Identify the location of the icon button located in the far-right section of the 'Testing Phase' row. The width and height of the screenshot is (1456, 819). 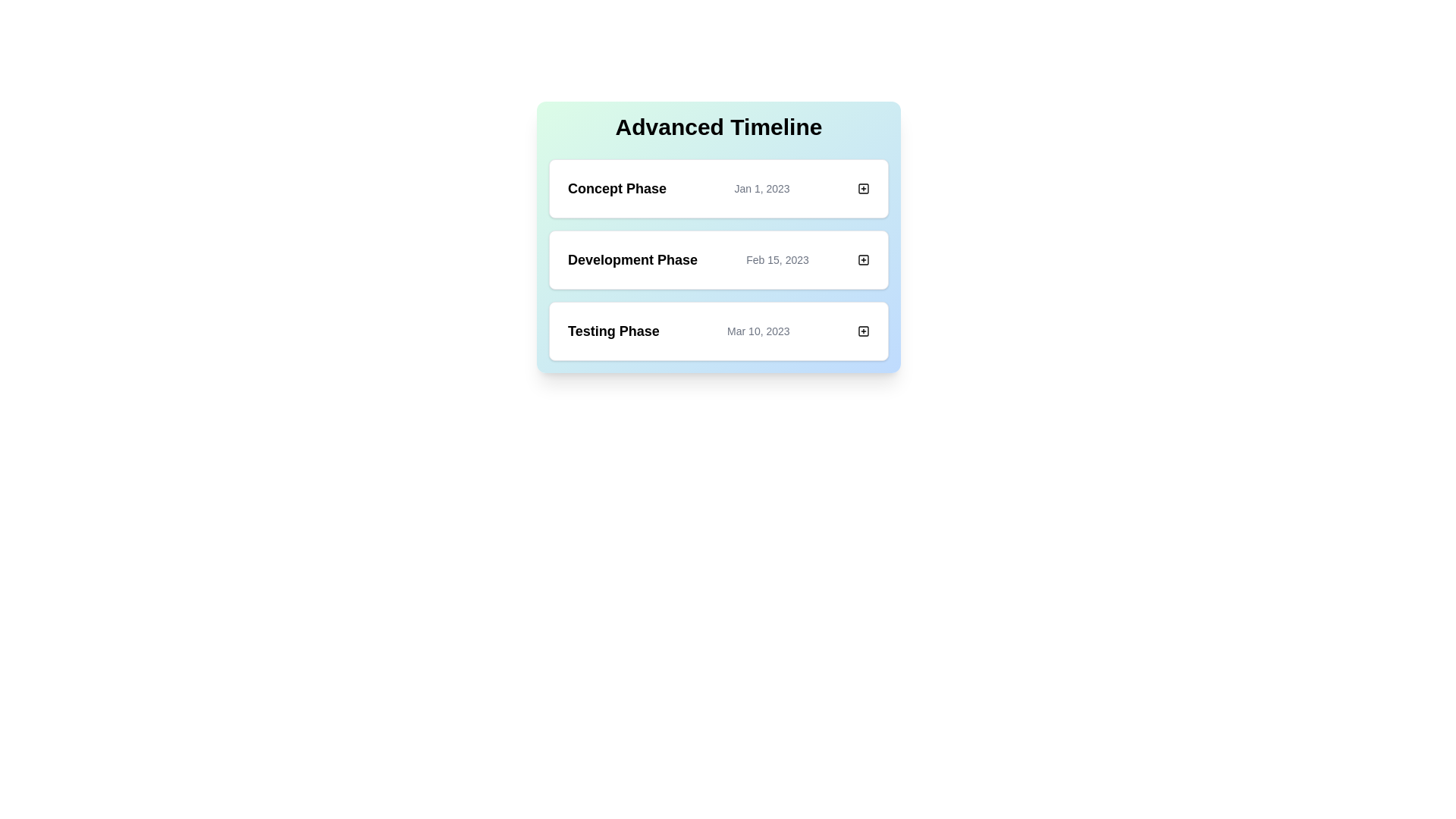
(863, 330).